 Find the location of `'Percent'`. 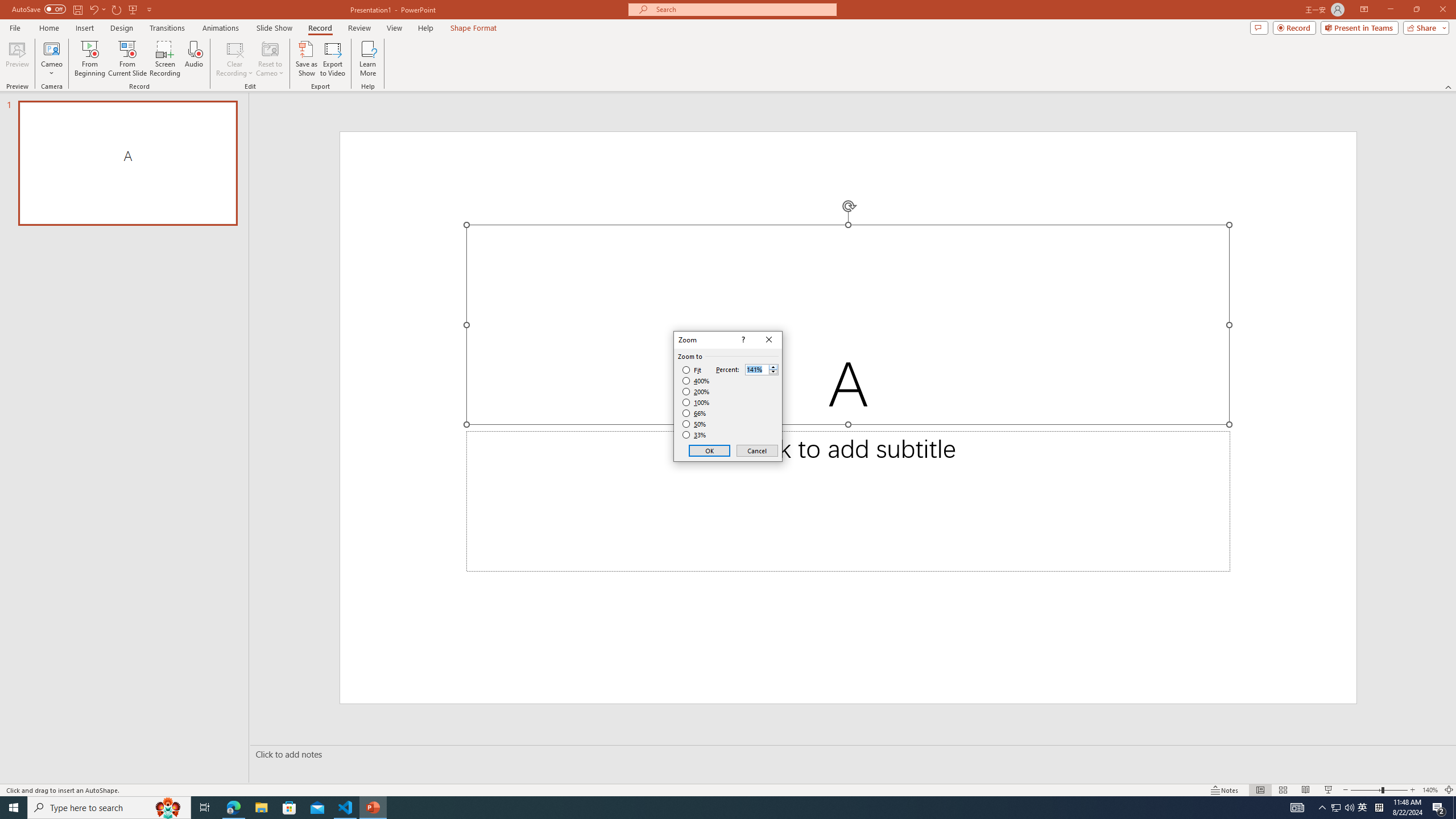

'Percent' is located at coordinates (762, 369).